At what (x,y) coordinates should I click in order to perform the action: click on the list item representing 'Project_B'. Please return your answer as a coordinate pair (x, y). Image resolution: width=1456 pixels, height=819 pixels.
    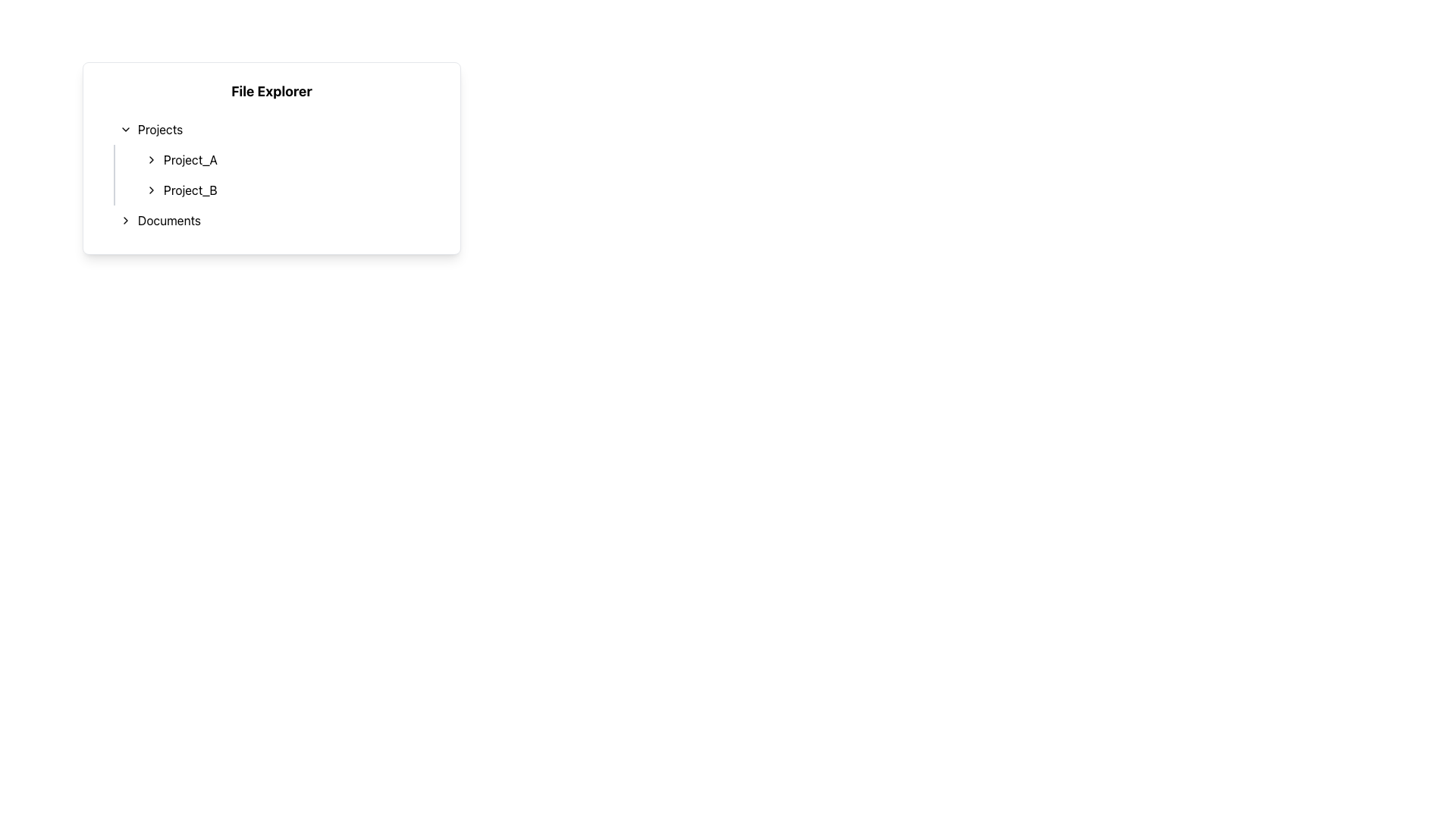
    Looking at the image, I should click on (284, 189).